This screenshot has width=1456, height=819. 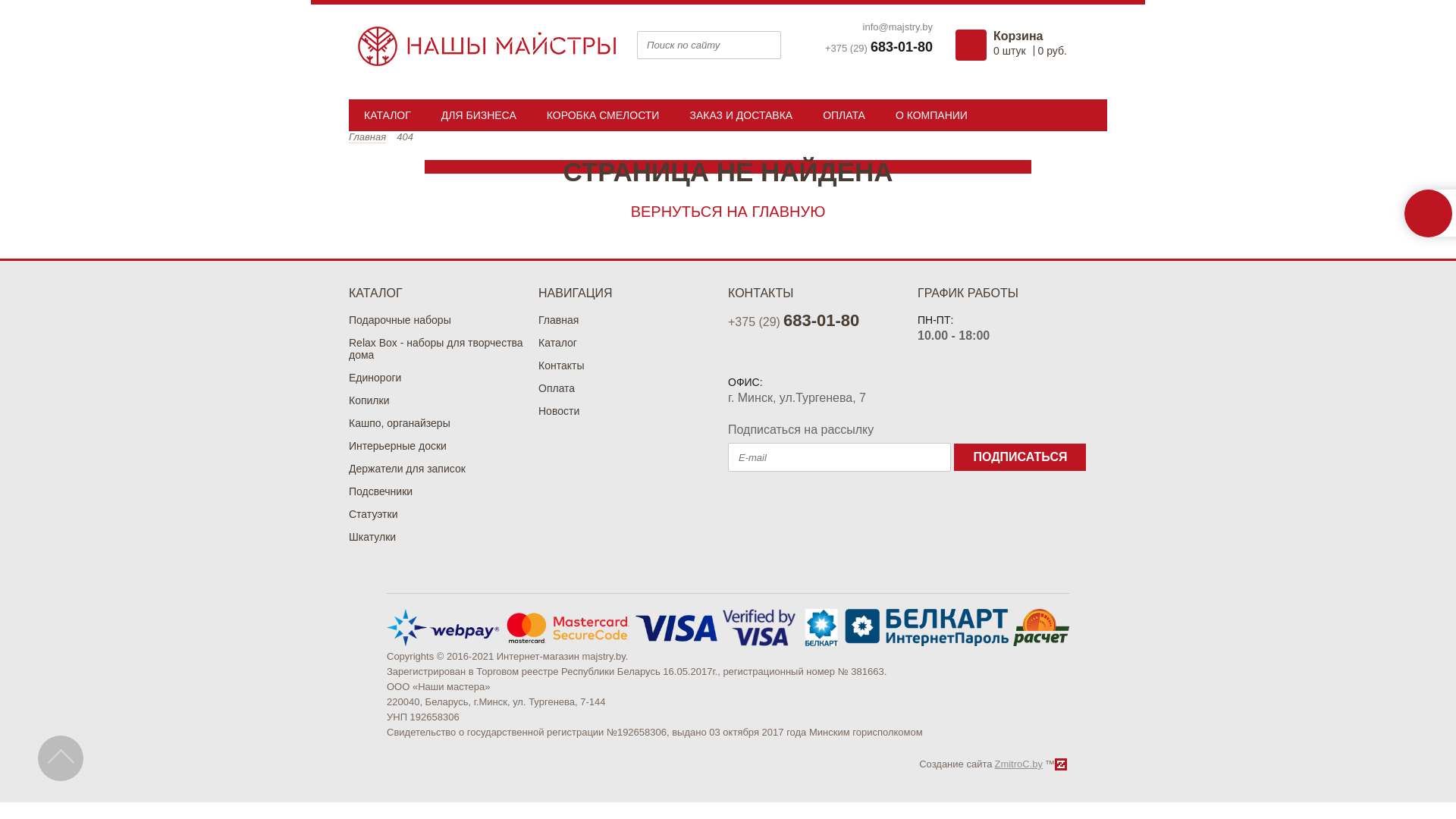 What do you see at coordinates (862, 27) in the screenshot?
I see `'info@majstry.by'` at bounding box center [862, 27].